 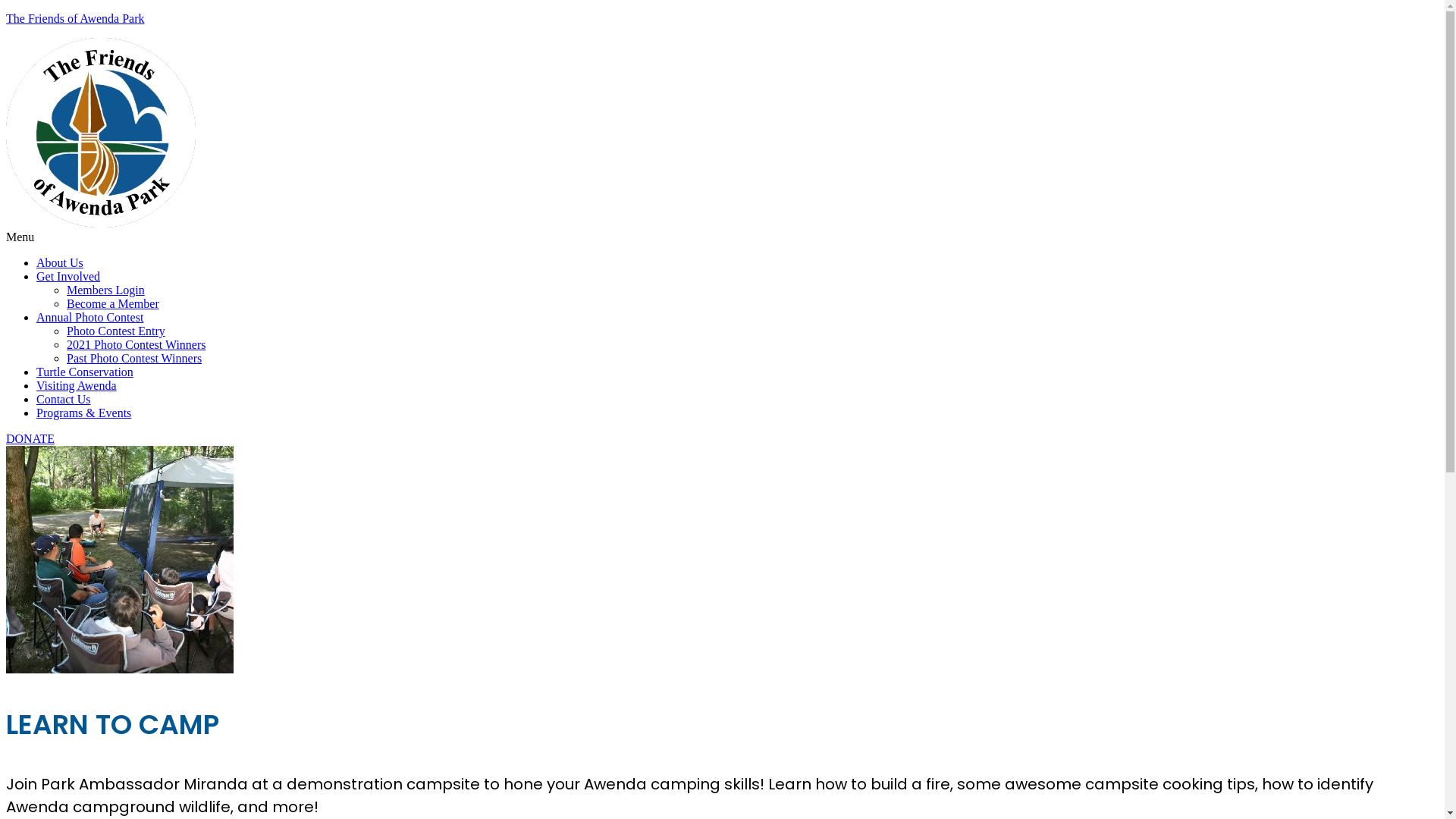 What do you see at coordinates (83, 372) in the screenshot?
I see `'Turtle Conservation'` at bounding box center [83, 372].